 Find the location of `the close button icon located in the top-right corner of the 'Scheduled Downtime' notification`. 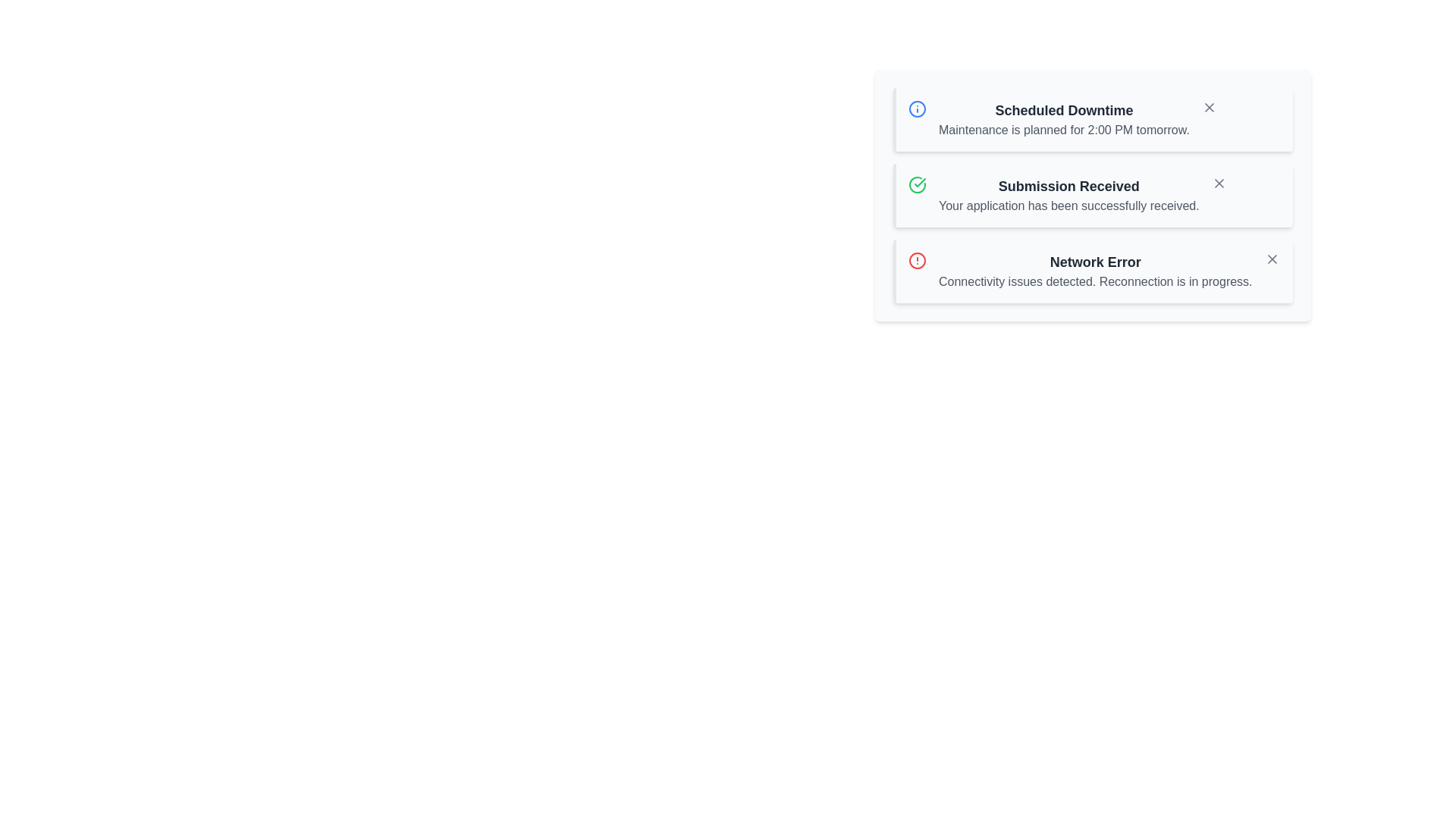

the close button icon located in the top-right corner of the 'Scheduled Downtime' notification is located at coordinates (1208, 107).